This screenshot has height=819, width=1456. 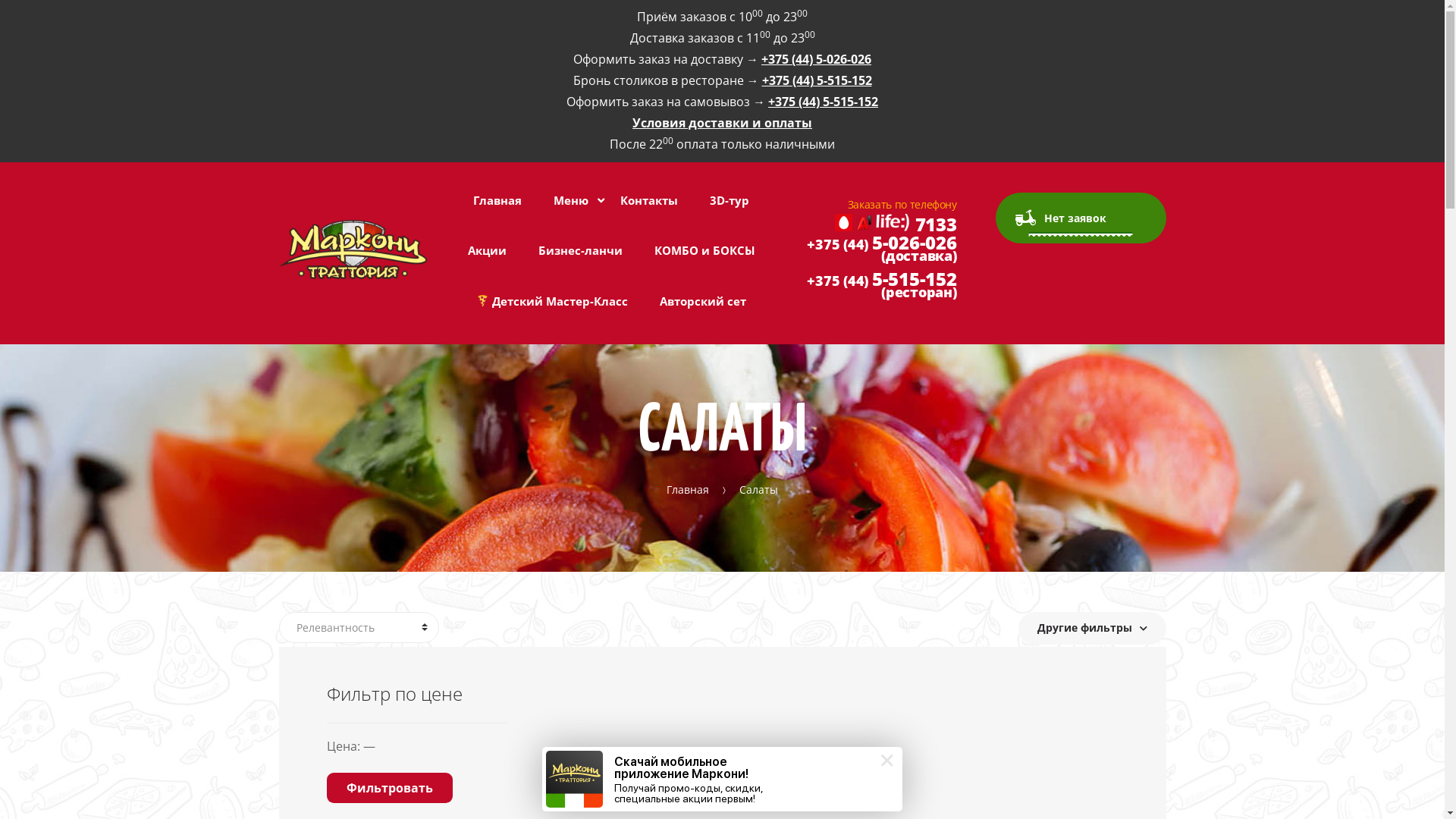 What do you see at coordinates (815, 80) in the screenshot?
I see `'+375 (44) 5-515-152'` at bounding box center [815, 80].